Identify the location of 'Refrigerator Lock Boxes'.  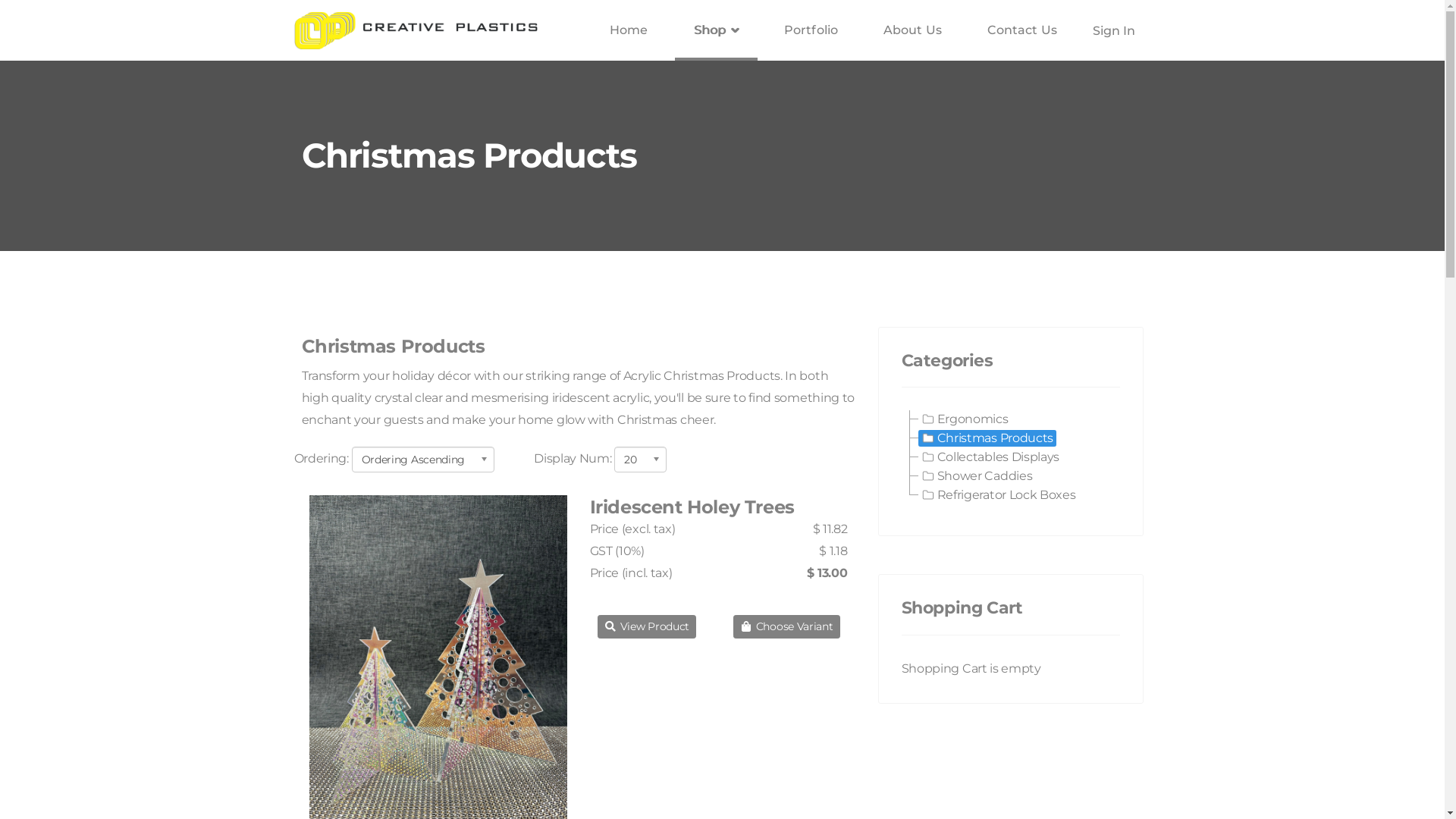
(997, 494).